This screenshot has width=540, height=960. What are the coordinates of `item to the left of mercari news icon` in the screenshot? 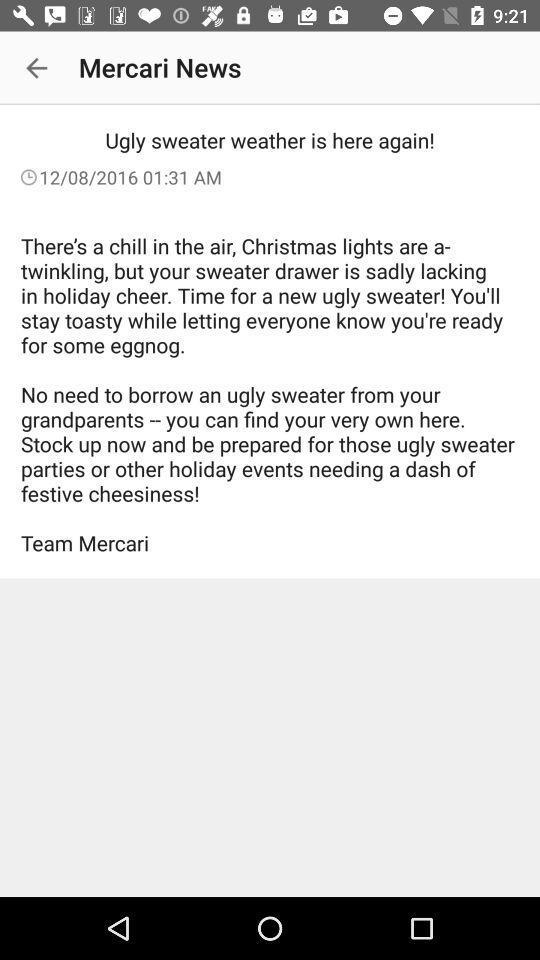 It's located at (36, 68).